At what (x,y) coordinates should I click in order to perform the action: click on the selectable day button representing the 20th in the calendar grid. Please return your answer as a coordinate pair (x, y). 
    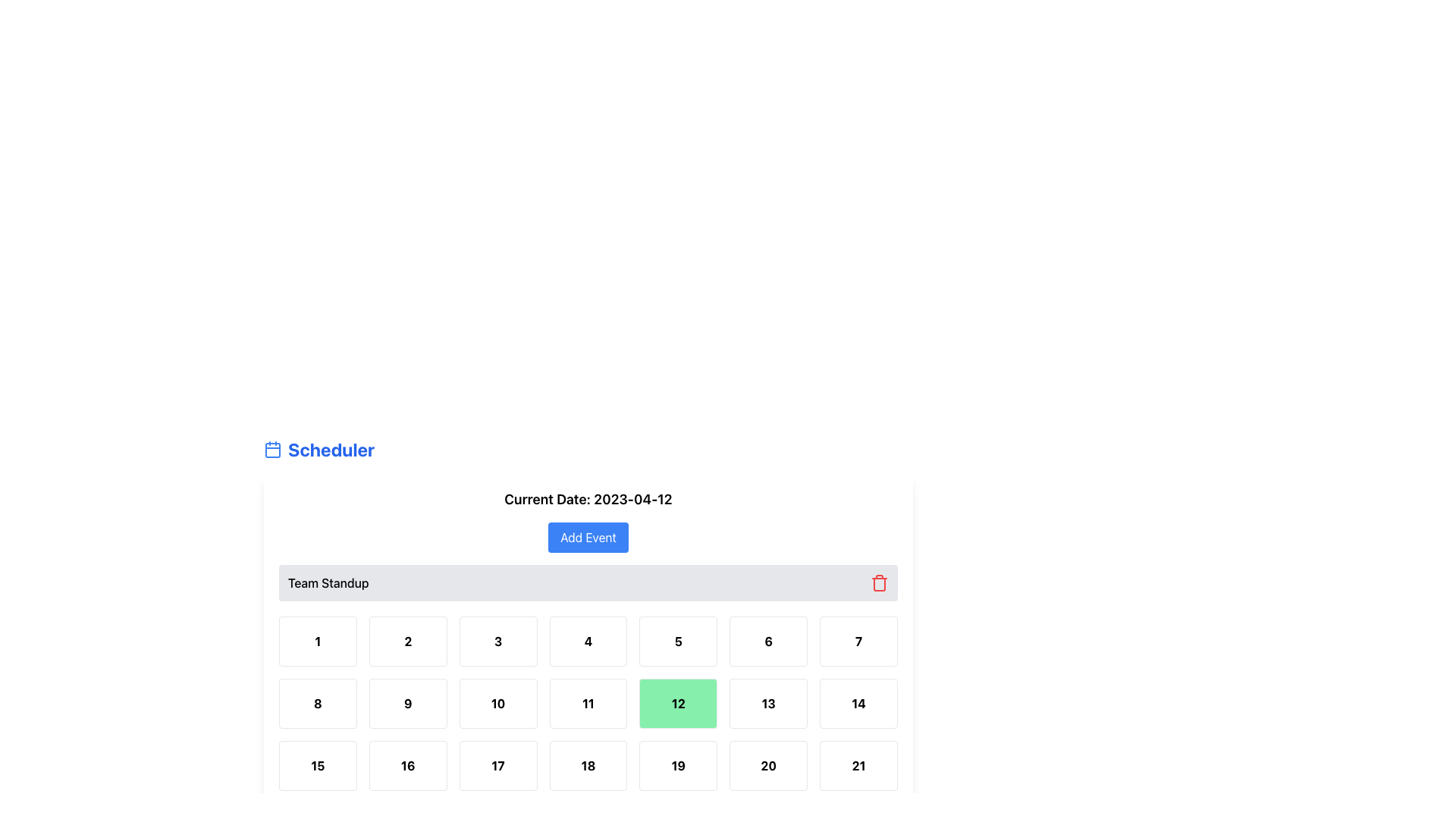
    Looking at the image, I should click on (768, 766).